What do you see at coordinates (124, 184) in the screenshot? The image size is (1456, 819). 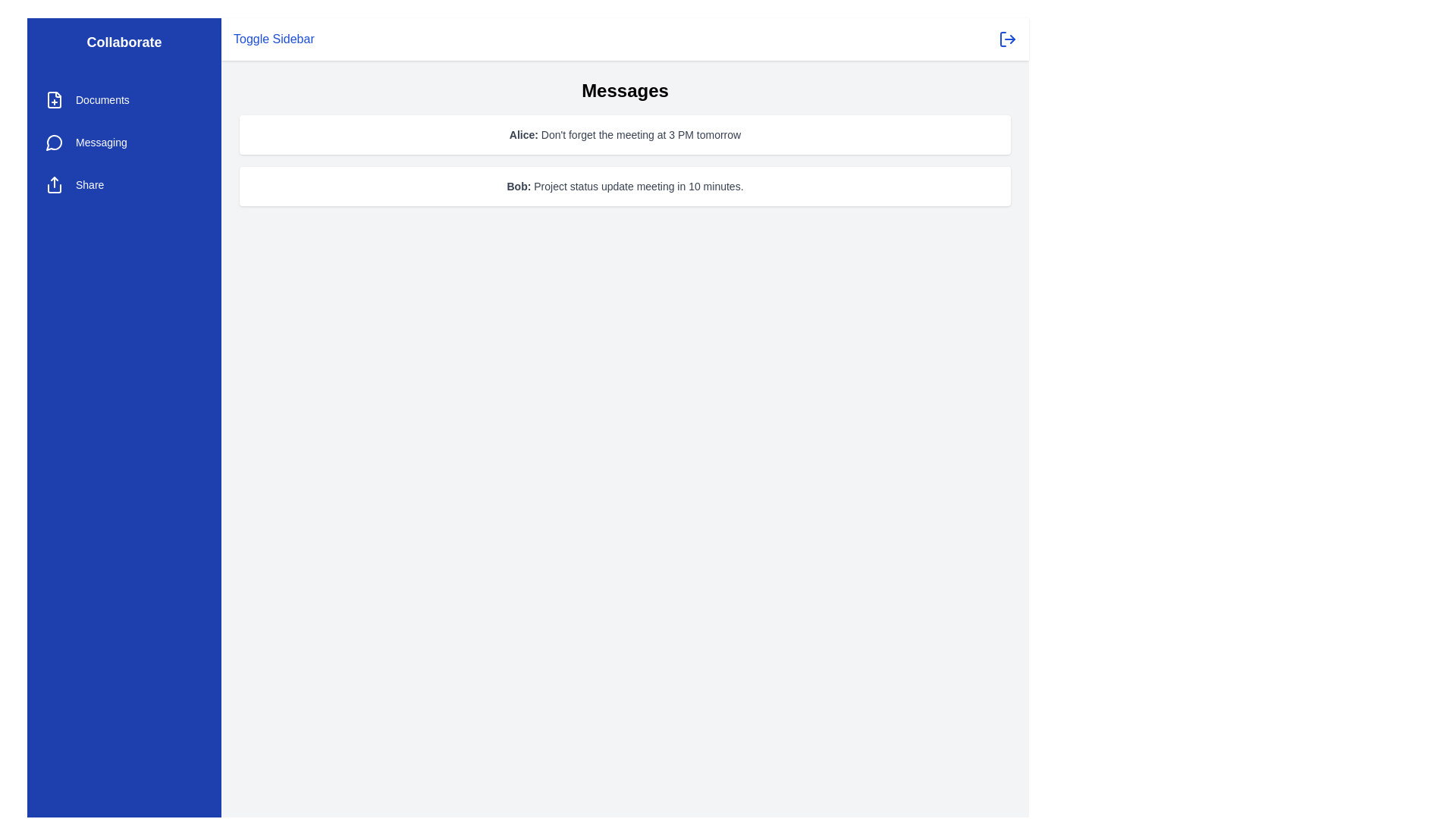 I see `the 'Share' button in the blue sidebar panel, which is the third row in the vertical list` at bounding box center [124, 184].